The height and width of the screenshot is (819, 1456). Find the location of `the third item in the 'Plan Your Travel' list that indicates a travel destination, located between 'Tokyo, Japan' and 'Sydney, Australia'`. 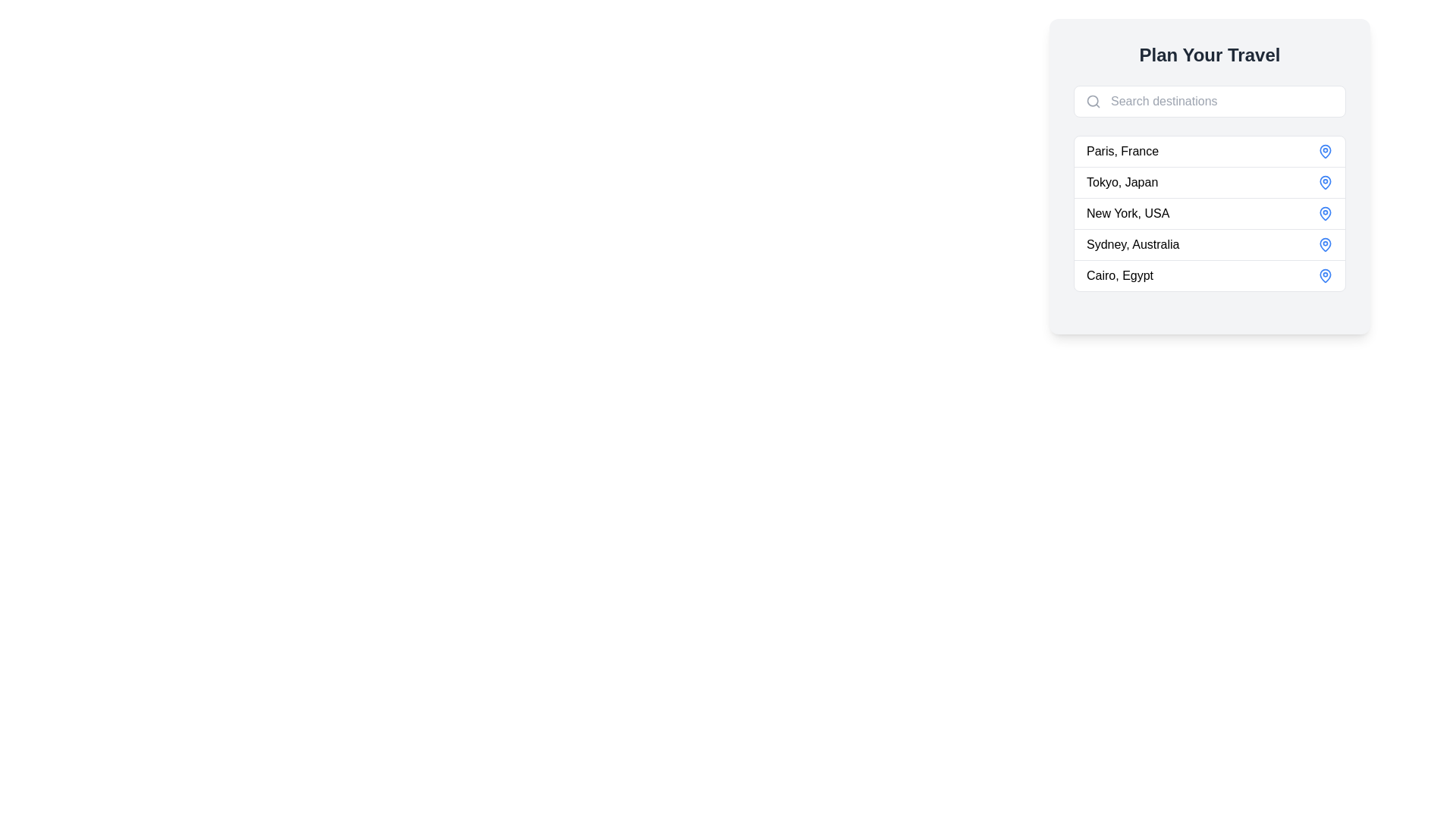

the third item in the 'Plan Your Travel' list that indicates a travel destination, located between 'Tokyo, Japan' and 'Sydney, Australia' is located at coordinates (1209, 213).